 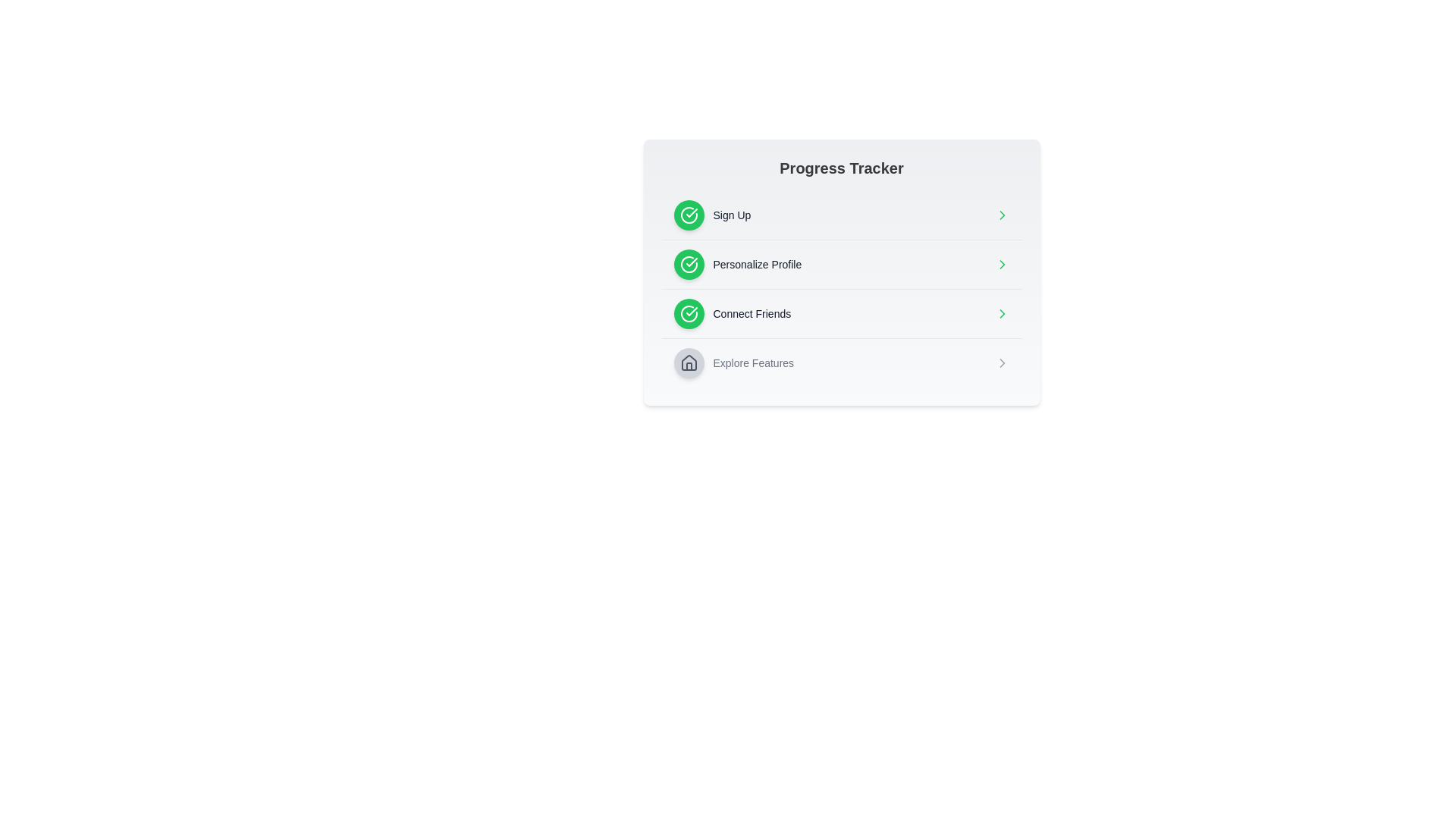 I want to click on the icon button indicating the completion of the 'Personalize Profile' task in the progress tracker, which is the second item in the list, so click(x=688, y=263).